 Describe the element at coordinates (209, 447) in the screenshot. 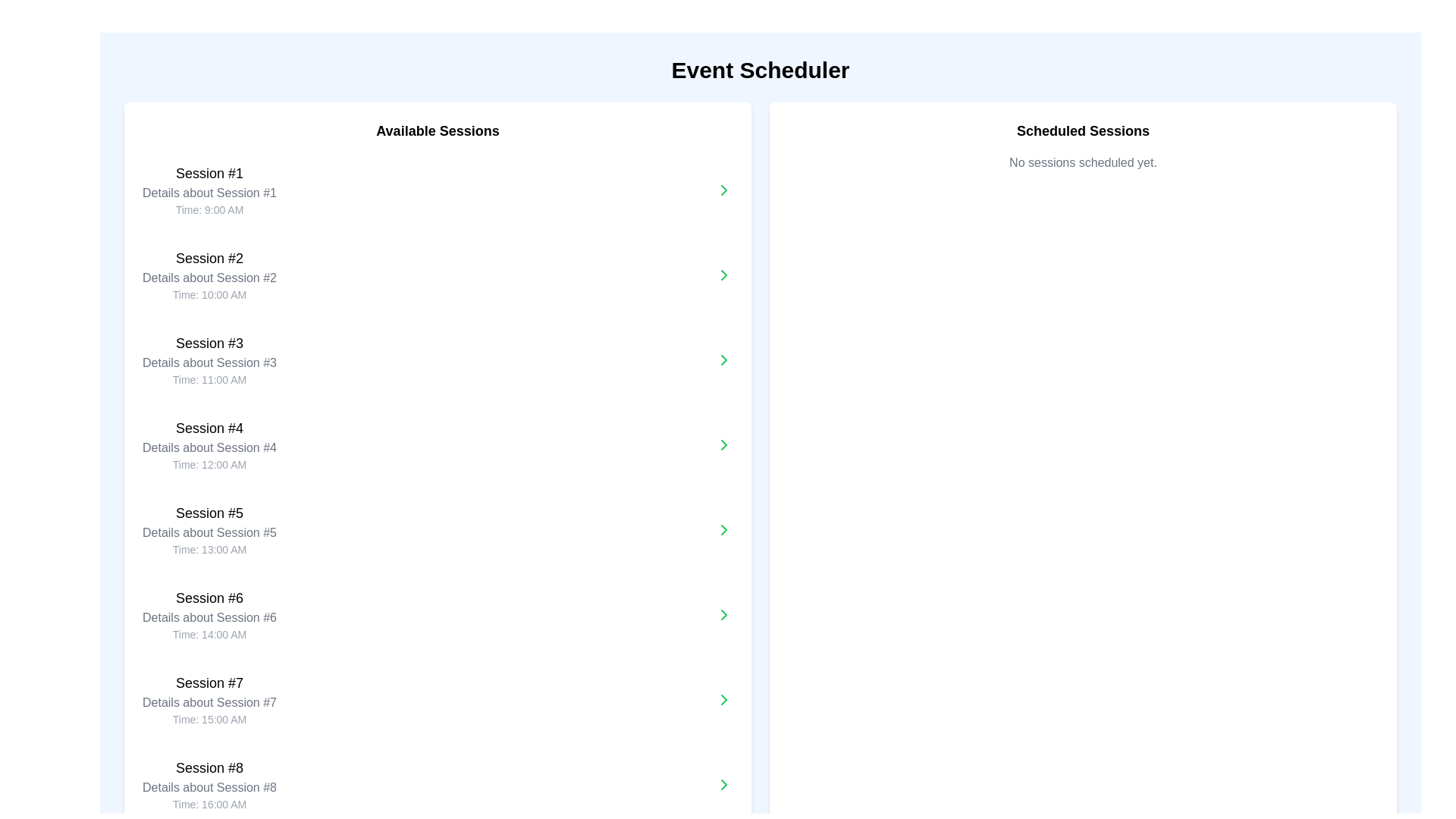

I see `the text label that reads 'Details about Session #4', which is styled in gray font and positioned between the header 'Session #4' and the time text 'Time: 12:00 AM'` at that location.